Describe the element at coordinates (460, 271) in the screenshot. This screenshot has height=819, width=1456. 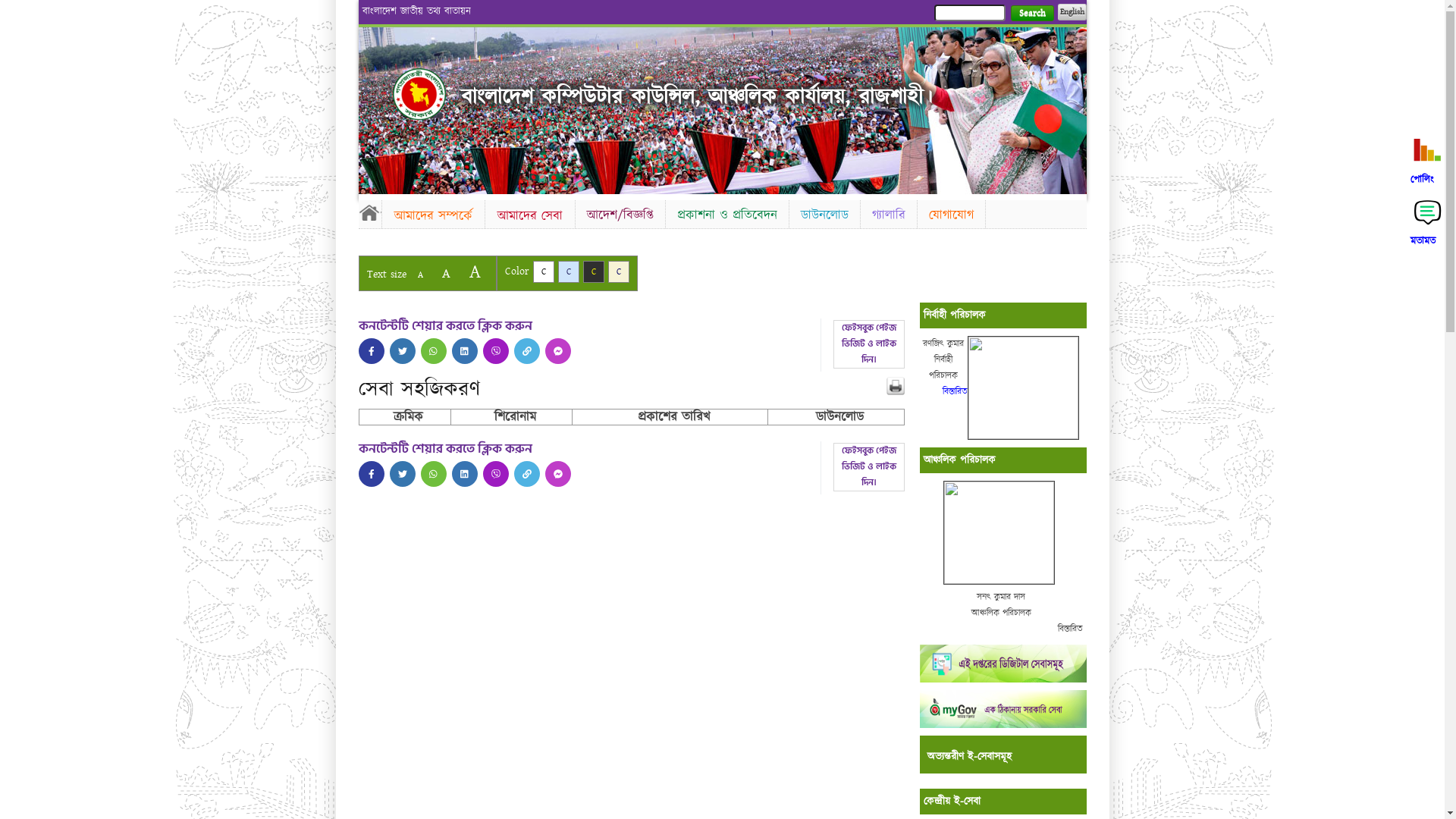
I see `'A'` at that location.